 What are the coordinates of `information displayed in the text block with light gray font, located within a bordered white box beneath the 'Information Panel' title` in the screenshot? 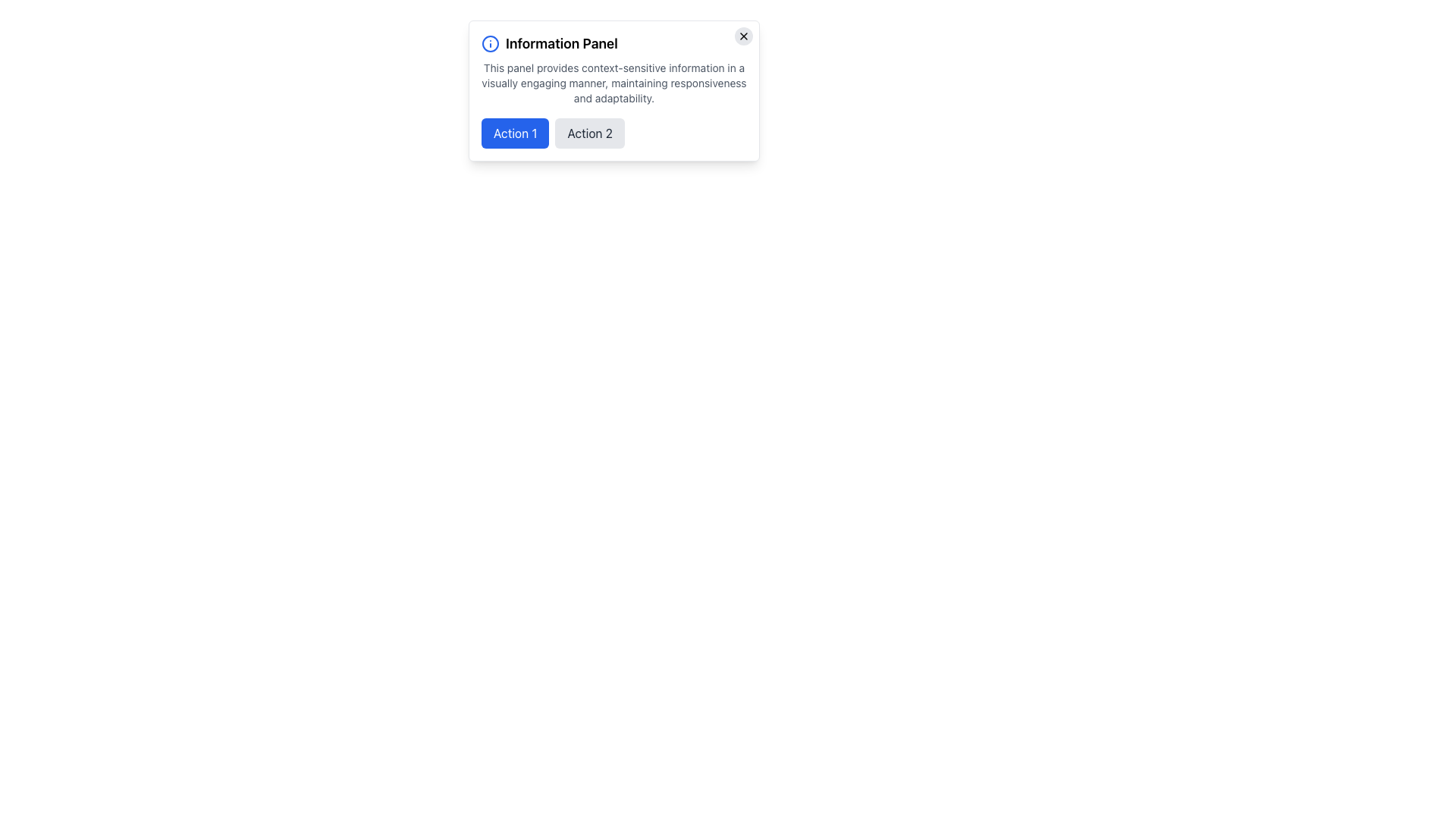 It's located at (614, 83).